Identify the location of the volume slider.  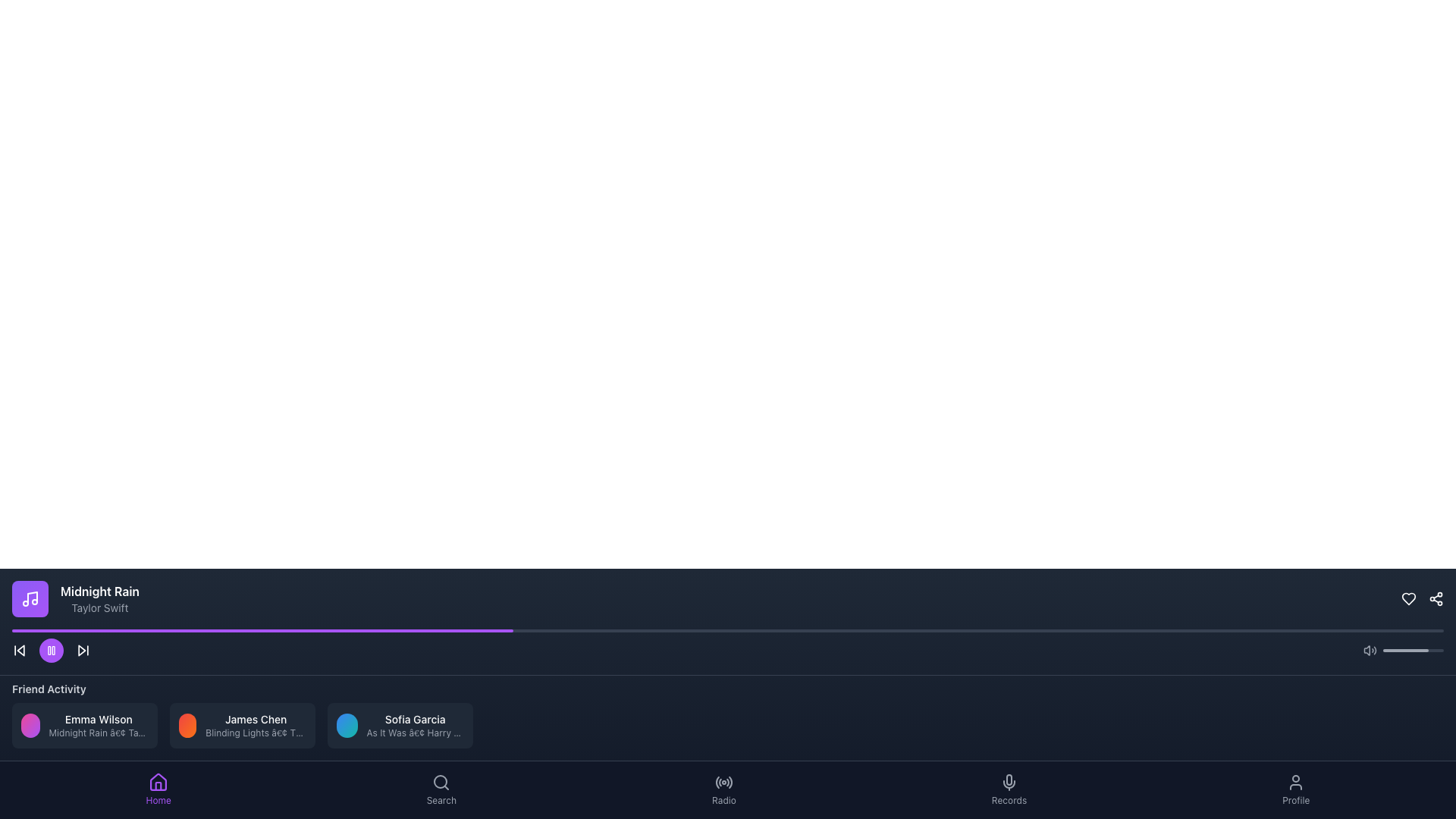
(1426, 649).